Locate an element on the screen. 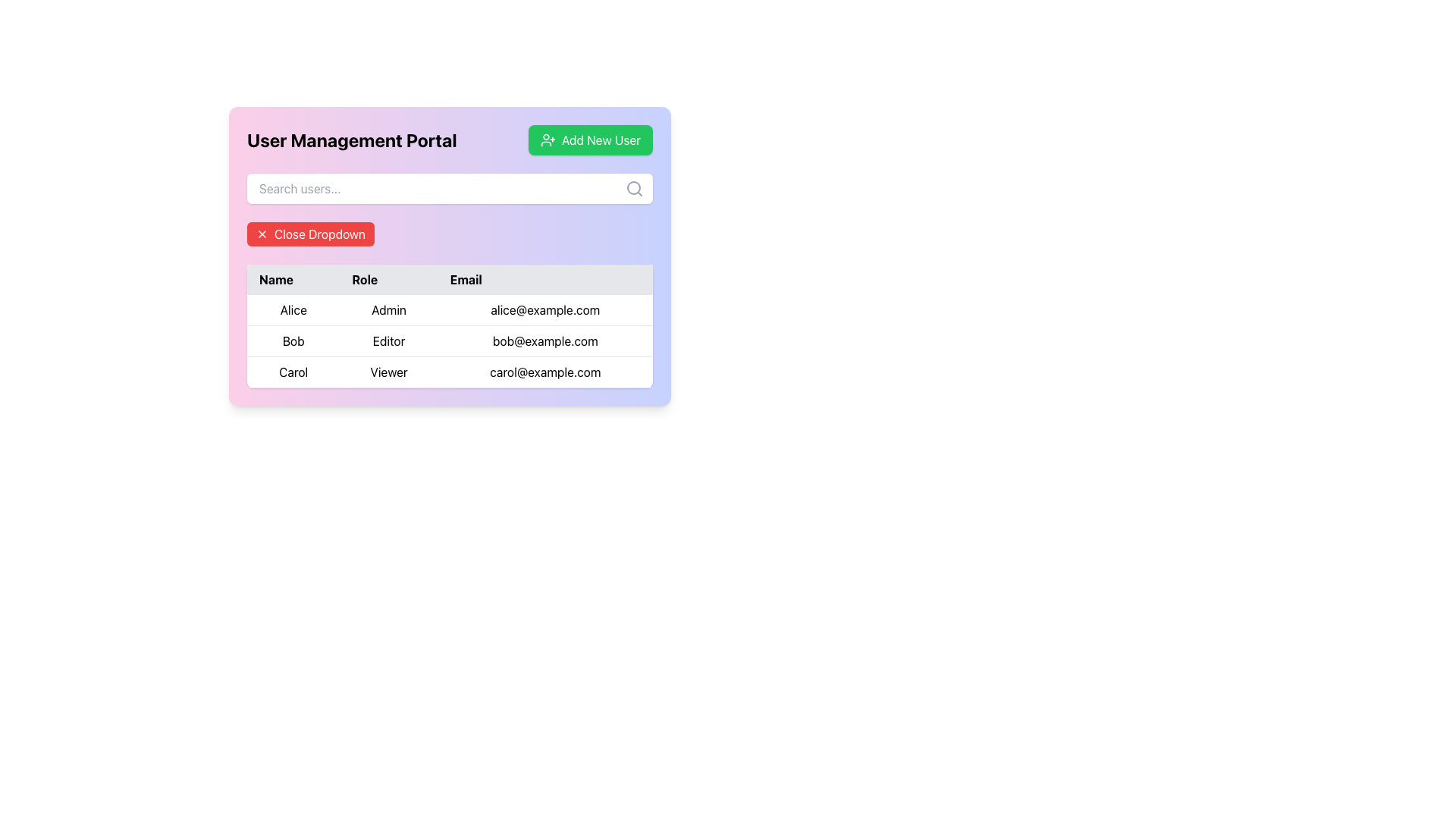  the 'Add New User' button, which has a green background and white text is located at coordinates (589, 140).